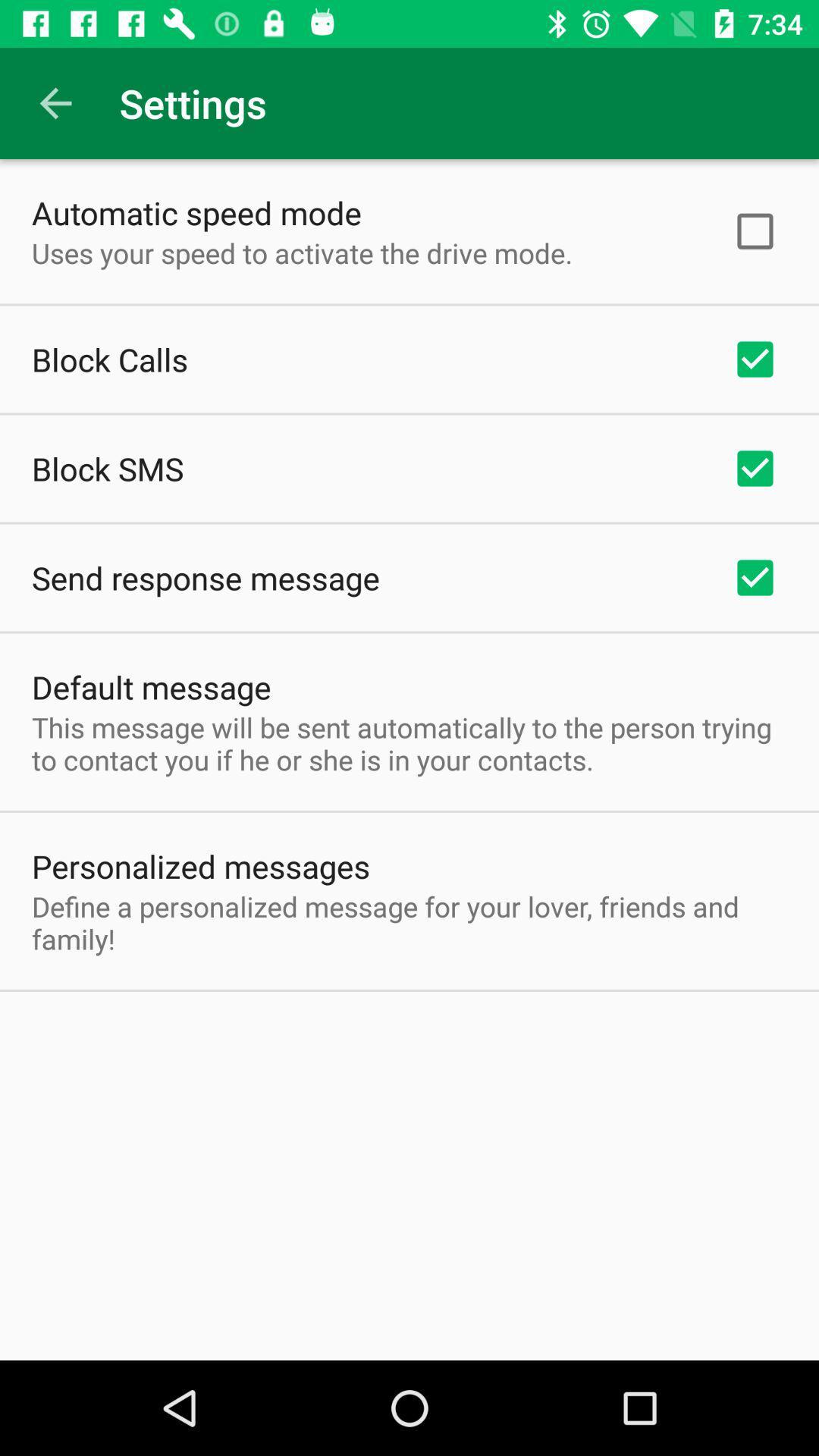 The width and height of the screenshot is (819, 1456). I want to click on the block sms icon, so click(107, 468).